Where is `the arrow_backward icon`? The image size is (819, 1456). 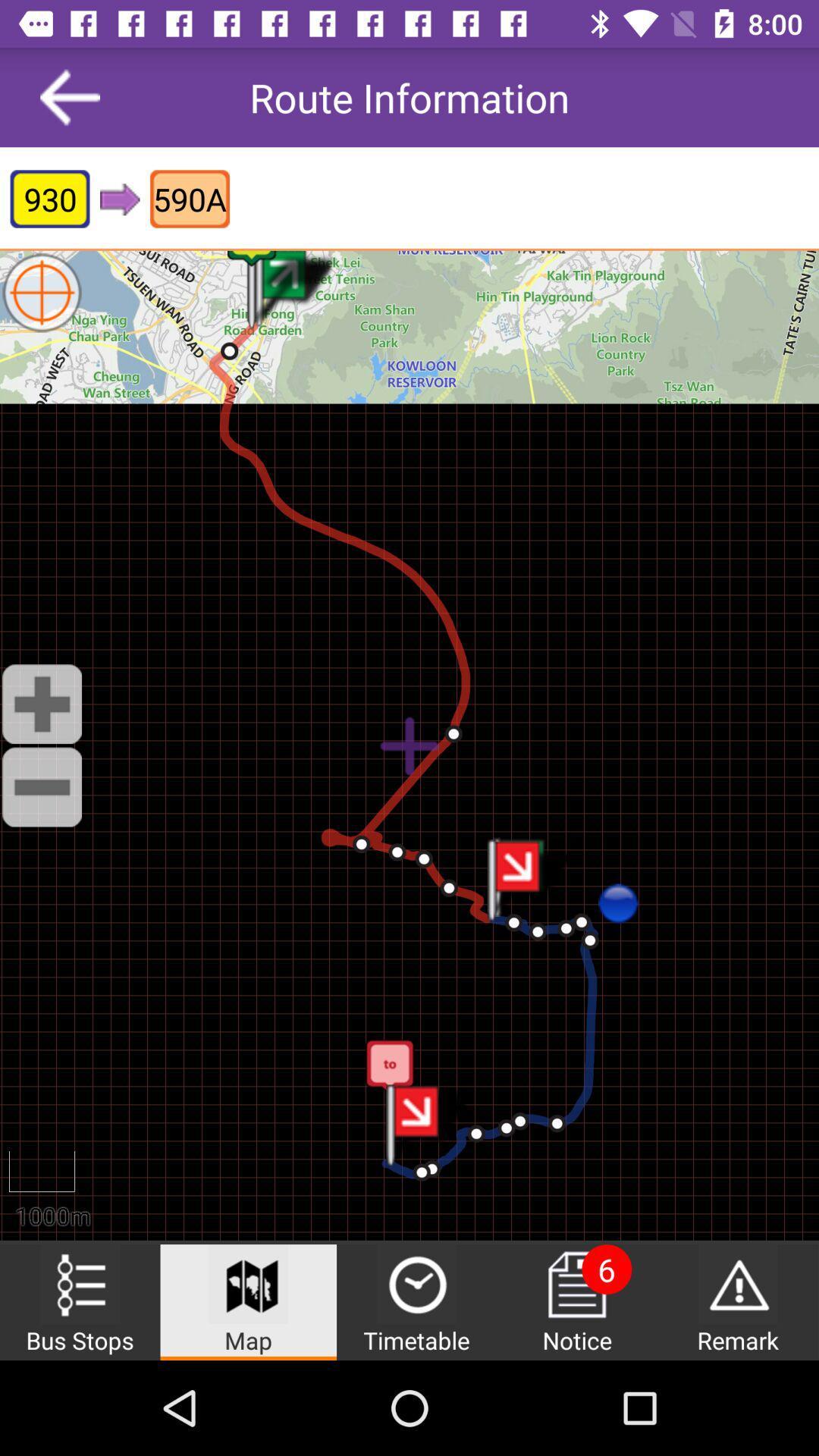 the arrow_backward icon is located at coordinates (70, 96).